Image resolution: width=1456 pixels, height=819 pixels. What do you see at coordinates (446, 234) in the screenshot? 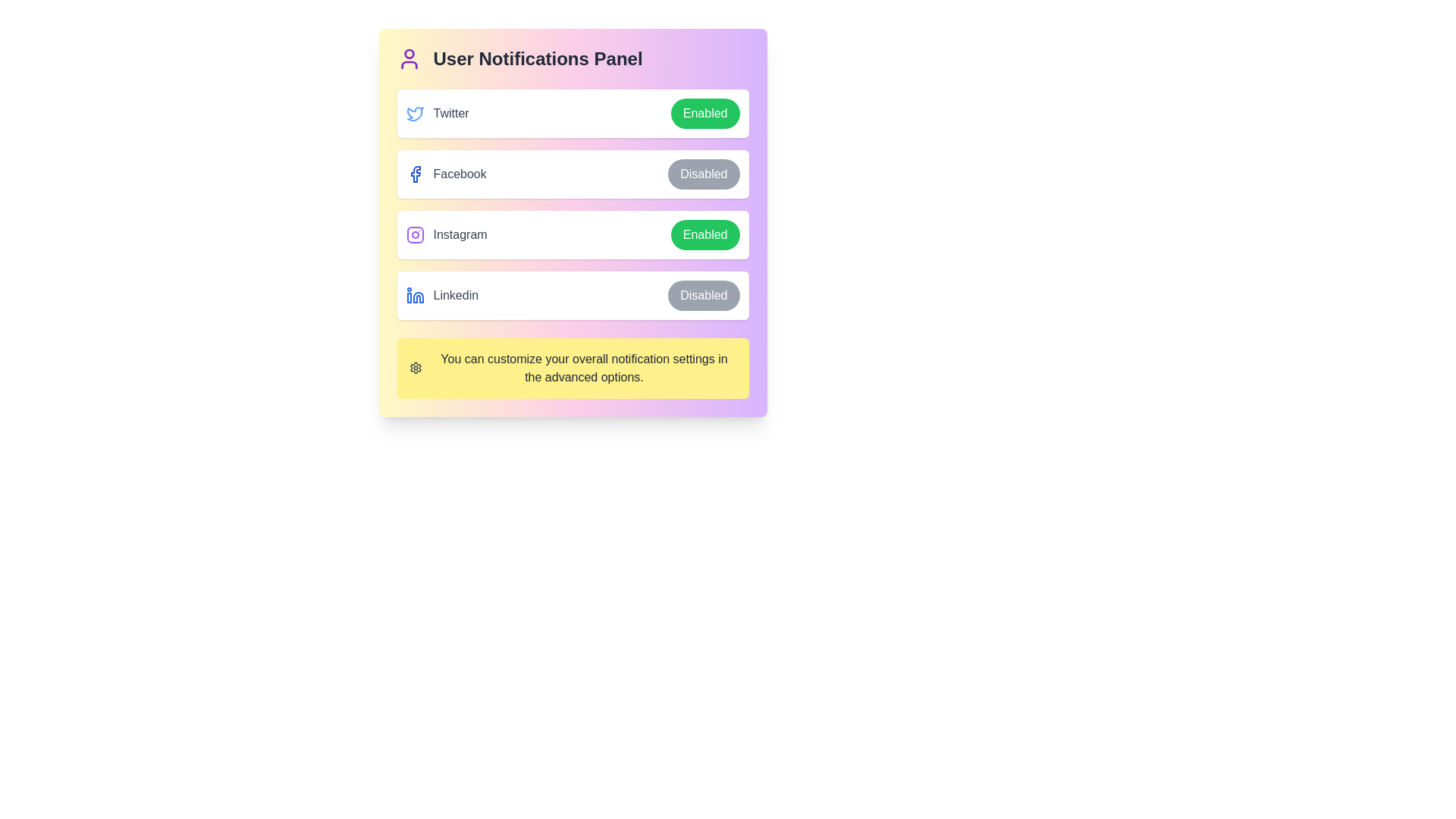
I see `the Label element displaying the purple Instagram icon and the text 'Instagram' located in the third row of the 'User Notifications Panel'` at bounding box center [446, 234].